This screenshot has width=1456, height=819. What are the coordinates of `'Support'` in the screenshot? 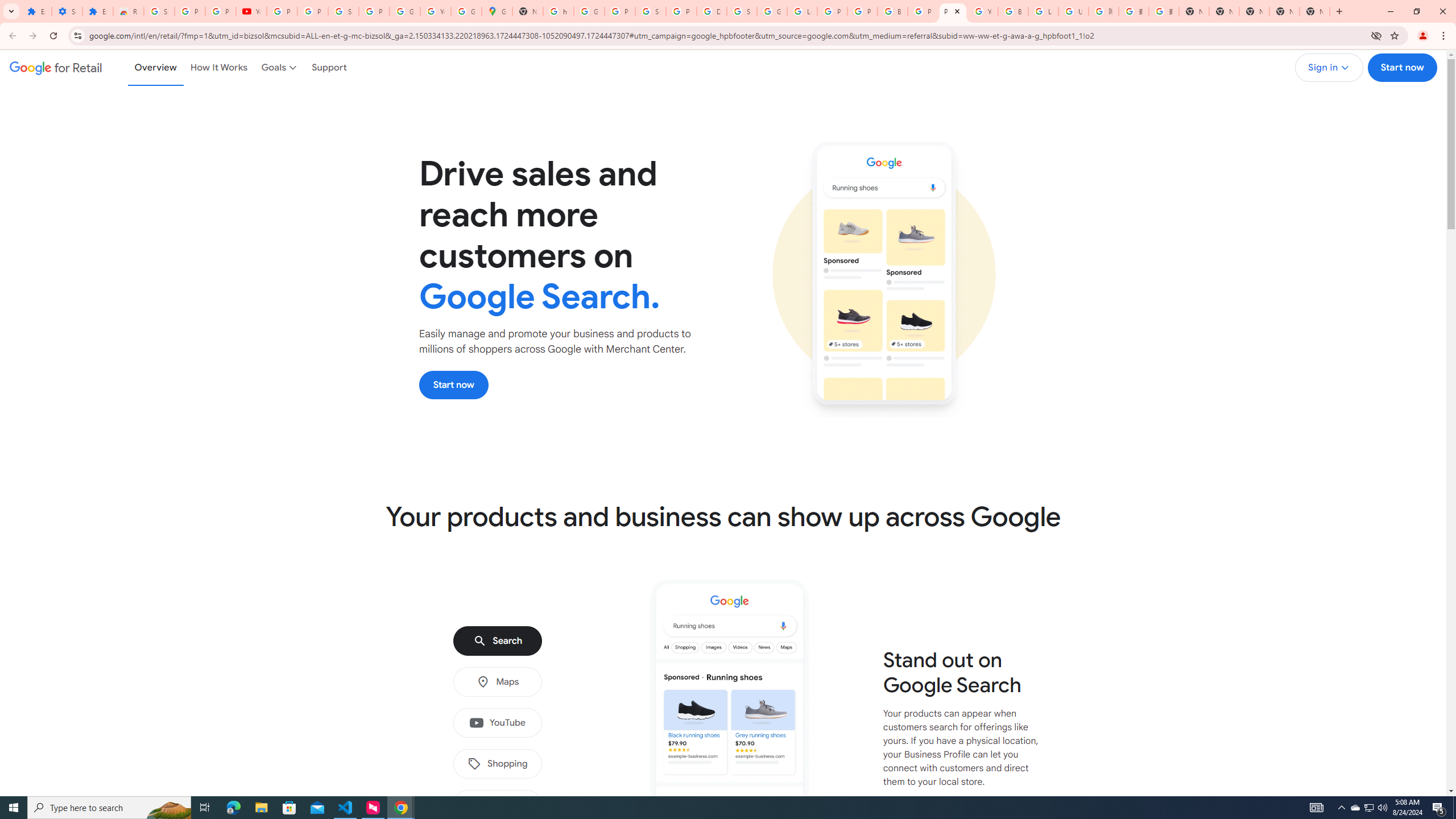 It's located at (329, 67).